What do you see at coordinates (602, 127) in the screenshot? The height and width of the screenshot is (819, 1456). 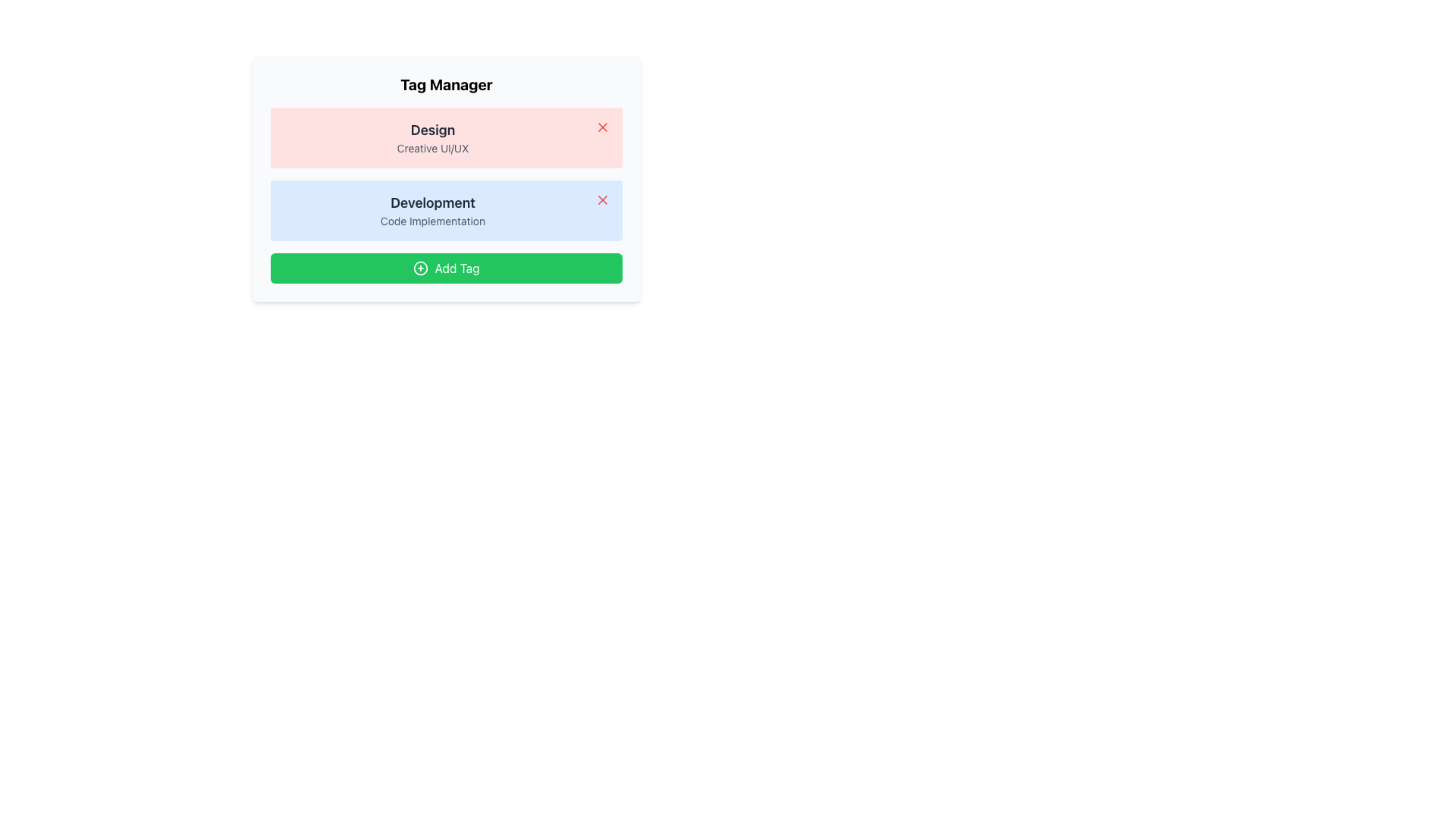 I see `the red 'X' button located at the far-right side of the 'Design' category box` at bounding box center [602, 127].